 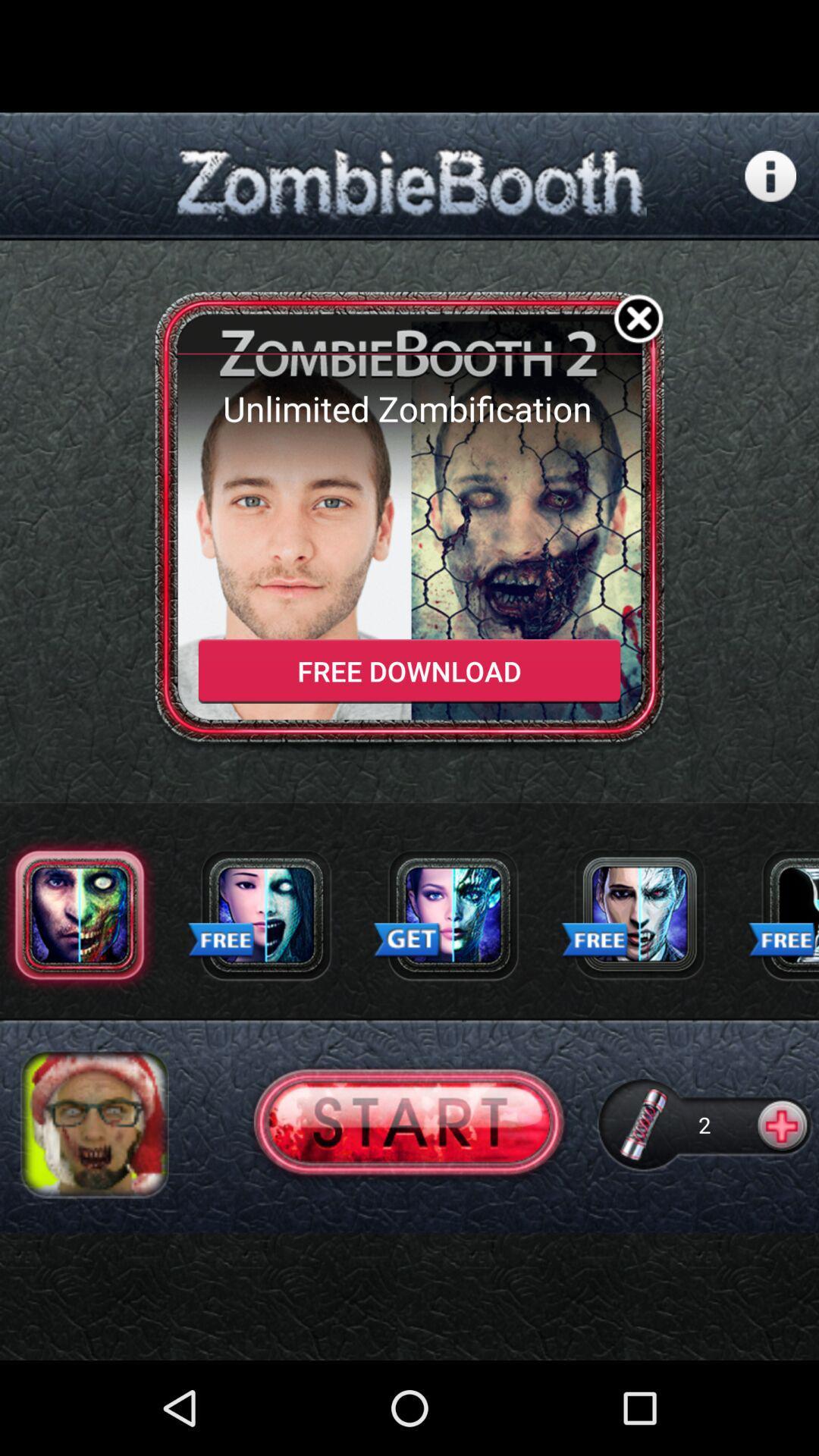 What do you see at coordinates (94, 1203) in the screenshot?
I see `the avatar icon` at bounding box center [94, 1203].